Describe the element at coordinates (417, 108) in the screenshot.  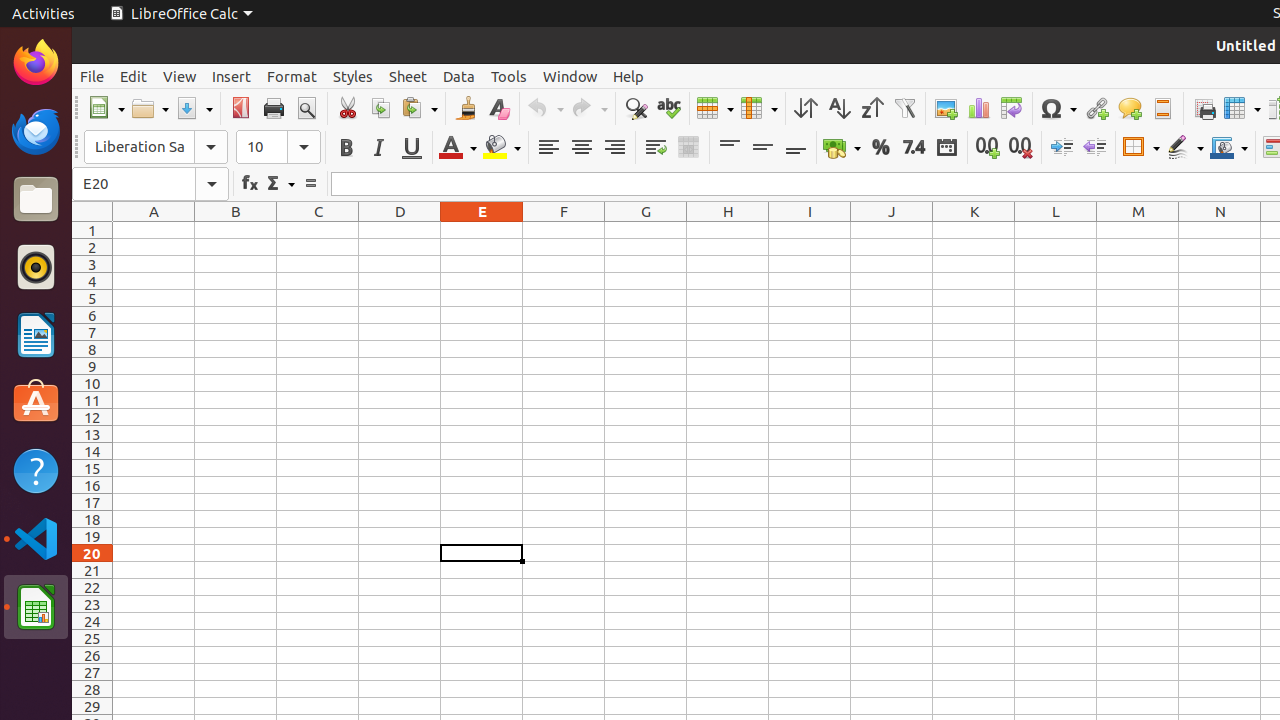
I see `'Paste'` at that location.